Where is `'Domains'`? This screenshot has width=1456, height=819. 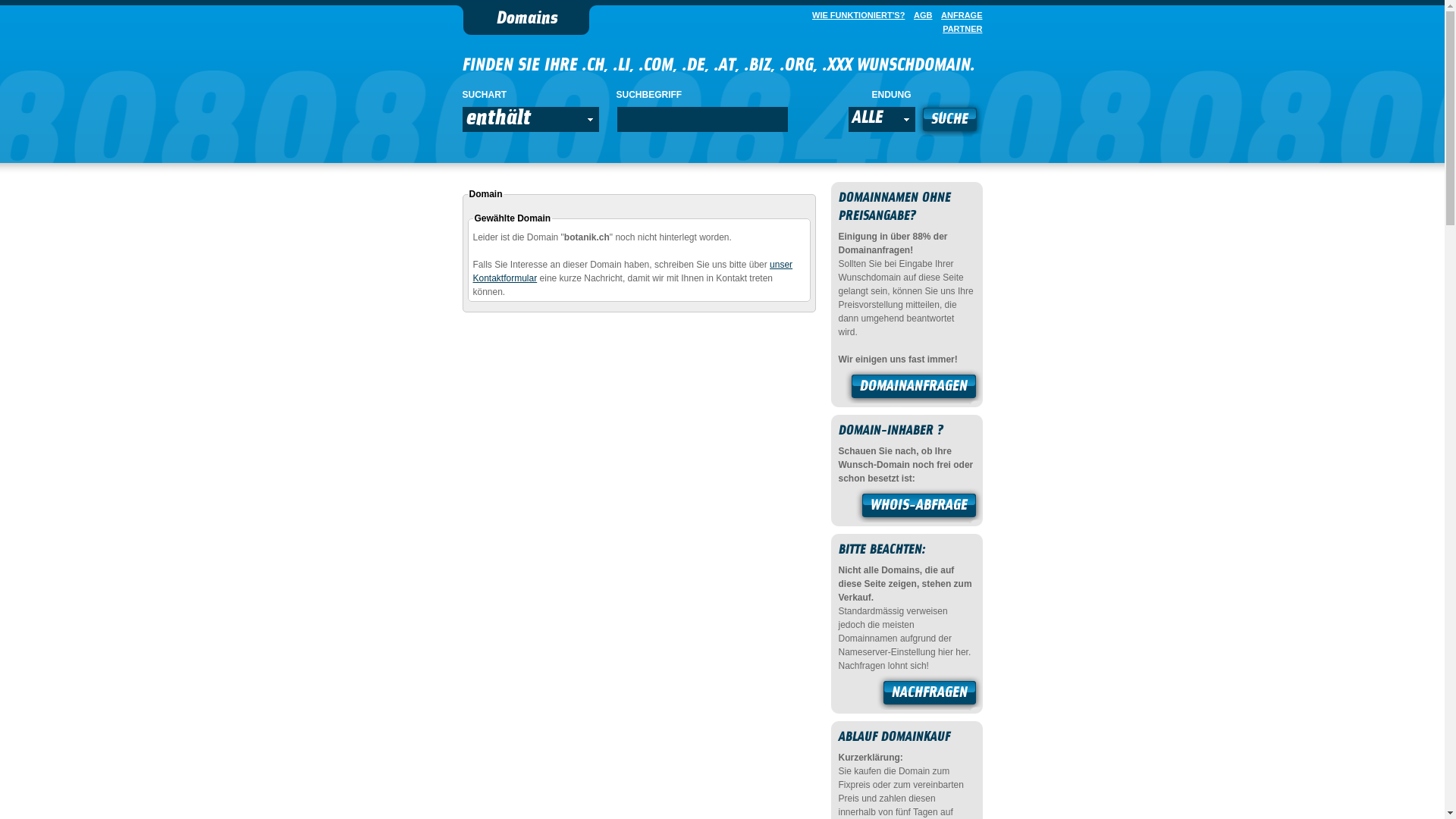 'Domains' is located at coordinates (526, 20).